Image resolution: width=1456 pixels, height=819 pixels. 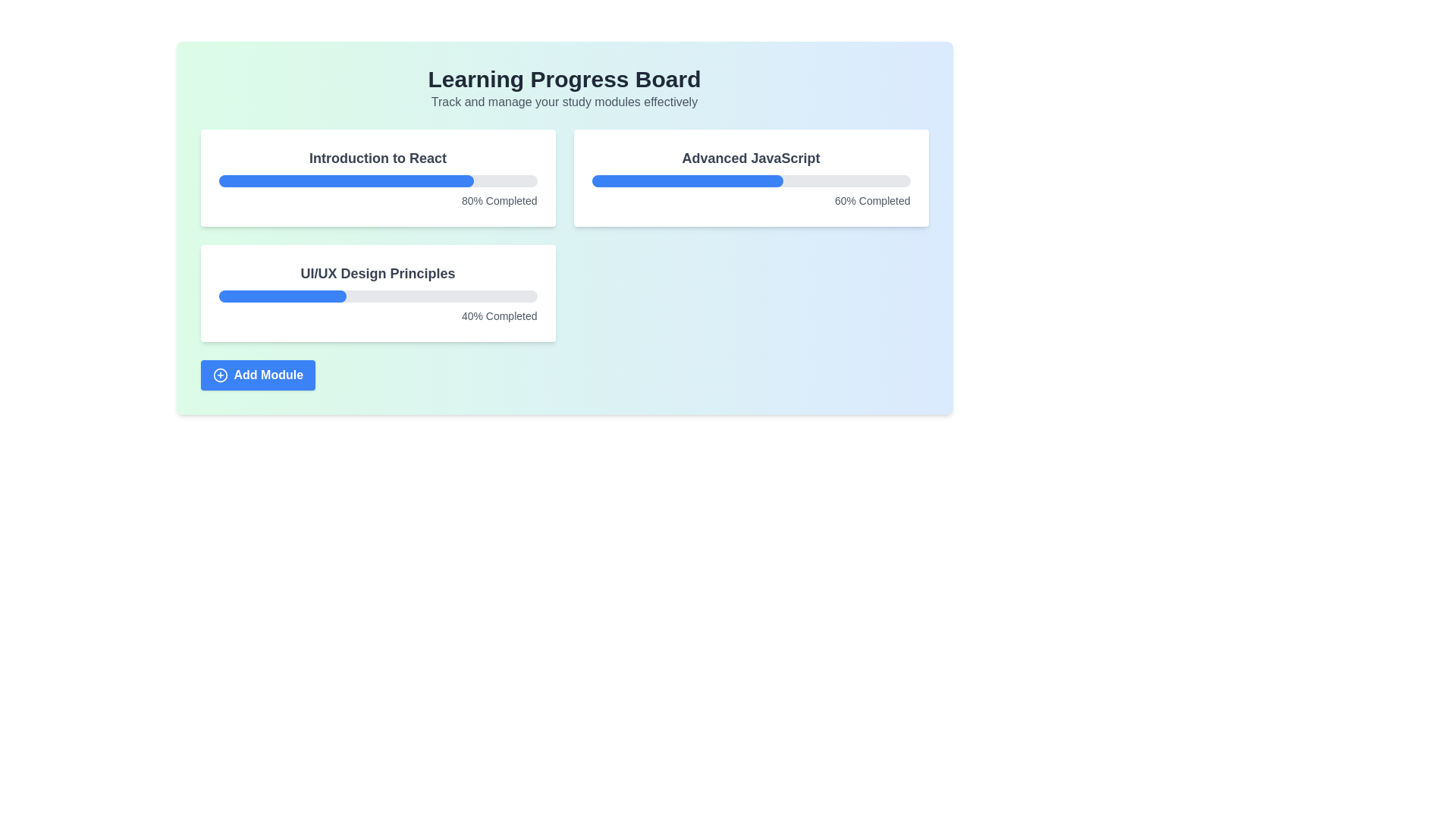 I want to click on the blue progress bar segment indicating 40% completion within the 'UI/UX Design Principles' progress bar on the dashboard, so click(x=282, y=296).